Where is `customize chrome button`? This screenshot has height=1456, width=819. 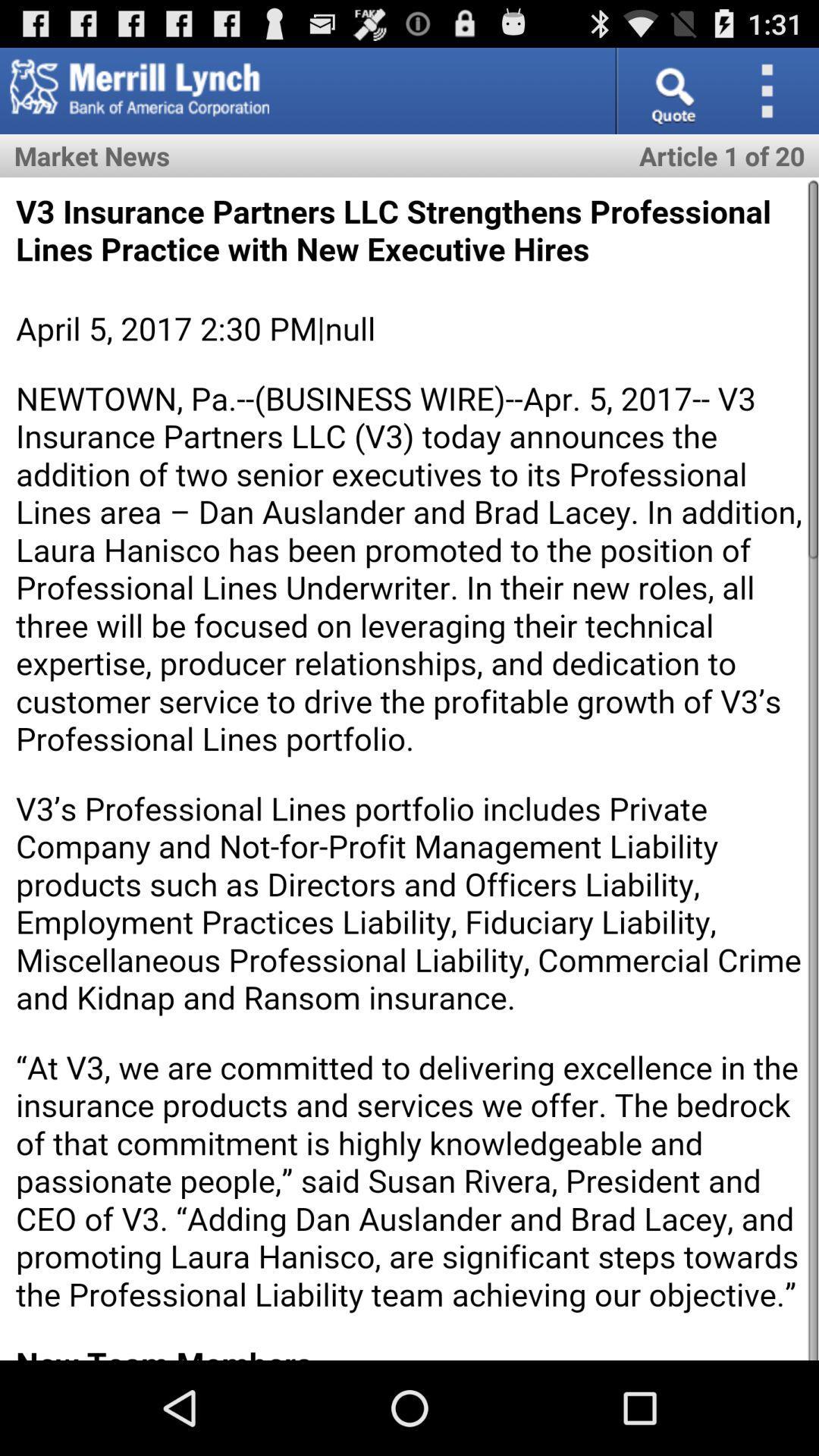
customize chrome button is located at coordinates (772, 90).